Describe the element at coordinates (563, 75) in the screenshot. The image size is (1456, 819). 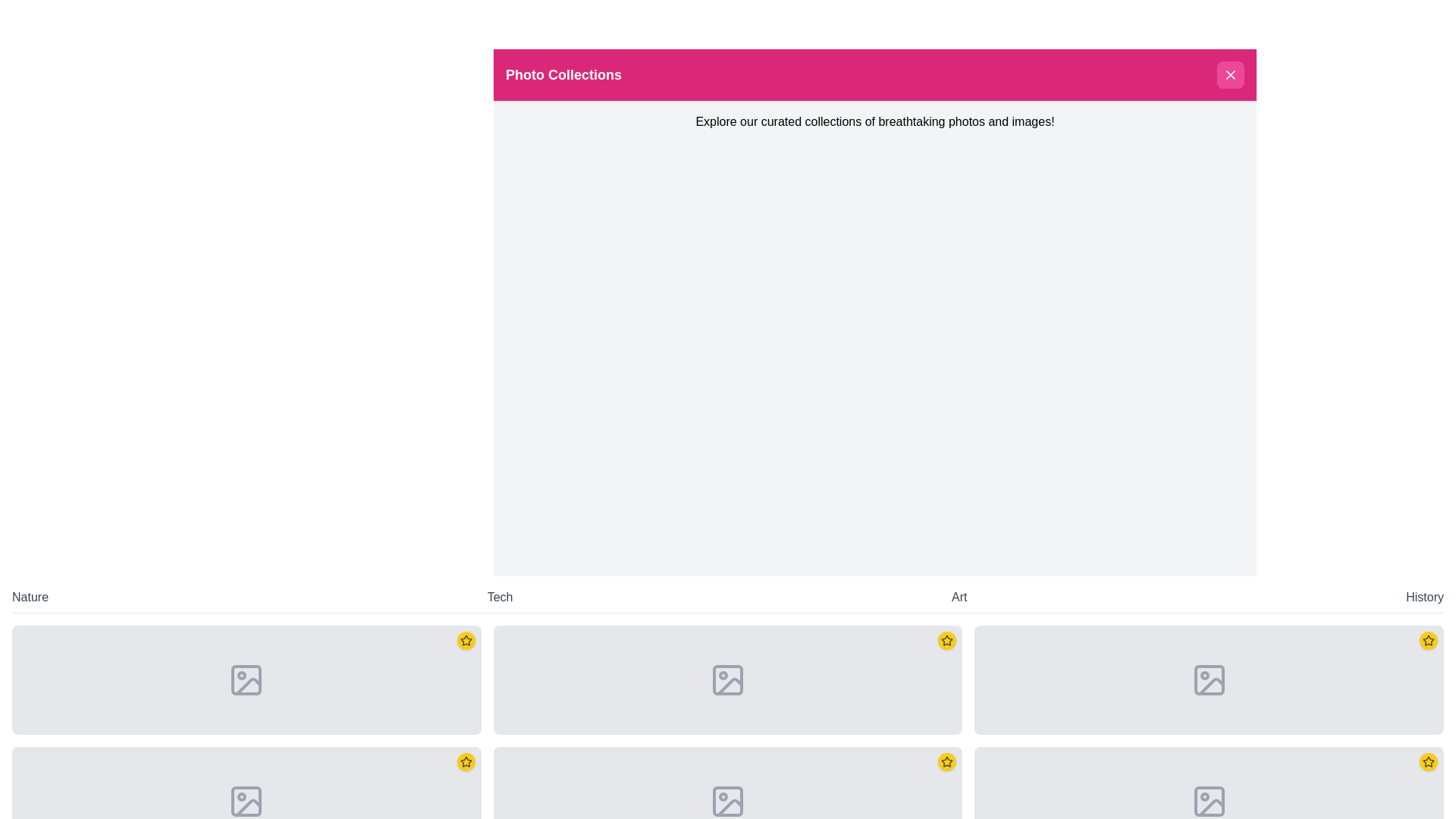
I see `the text label element displaying 'Photo Collections', which is styled as a header with bold white text on a pink background, located at the top left of the interface` at that location.